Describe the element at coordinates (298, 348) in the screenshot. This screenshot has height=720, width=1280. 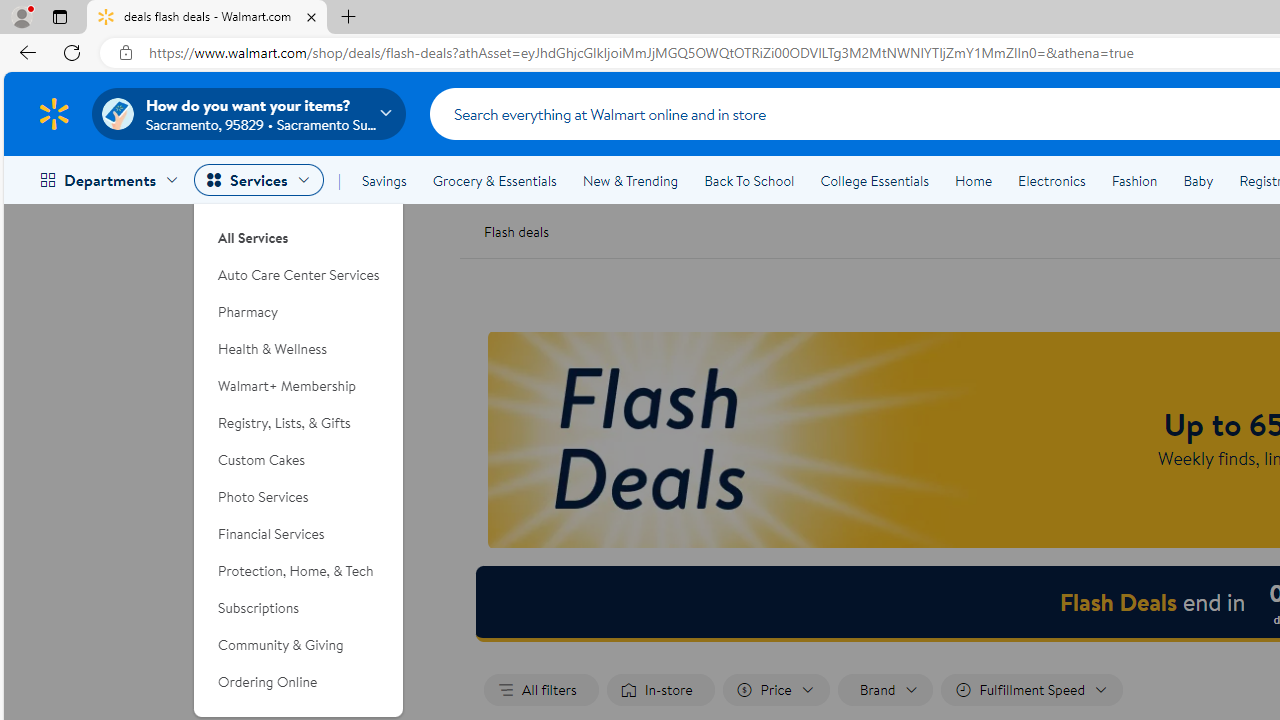
I see `'Health & Wellness'` at that location.